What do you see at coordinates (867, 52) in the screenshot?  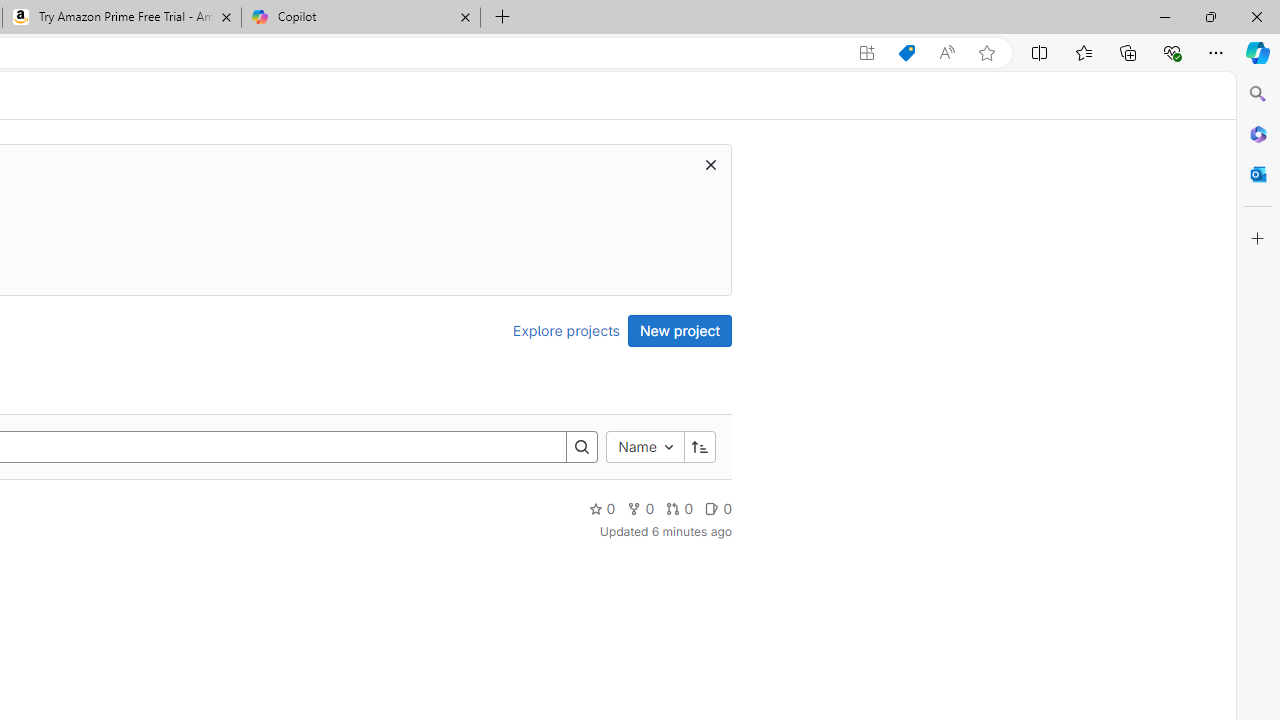 I see `'App available. Install GitLab'` at bounding box center [867, 52].